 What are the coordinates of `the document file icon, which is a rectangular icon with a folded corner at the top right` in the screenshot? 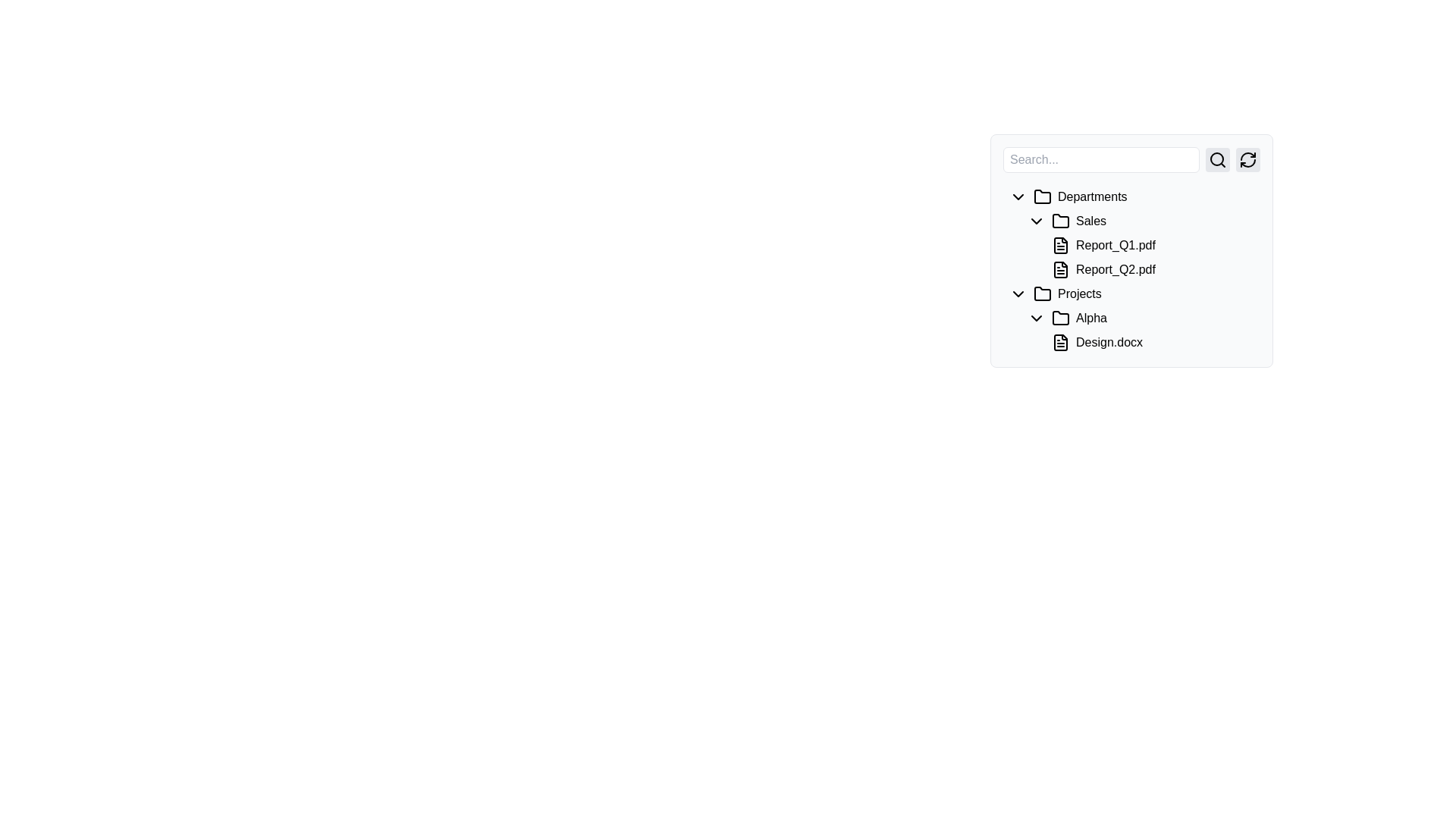 It's located at (1059, 342).